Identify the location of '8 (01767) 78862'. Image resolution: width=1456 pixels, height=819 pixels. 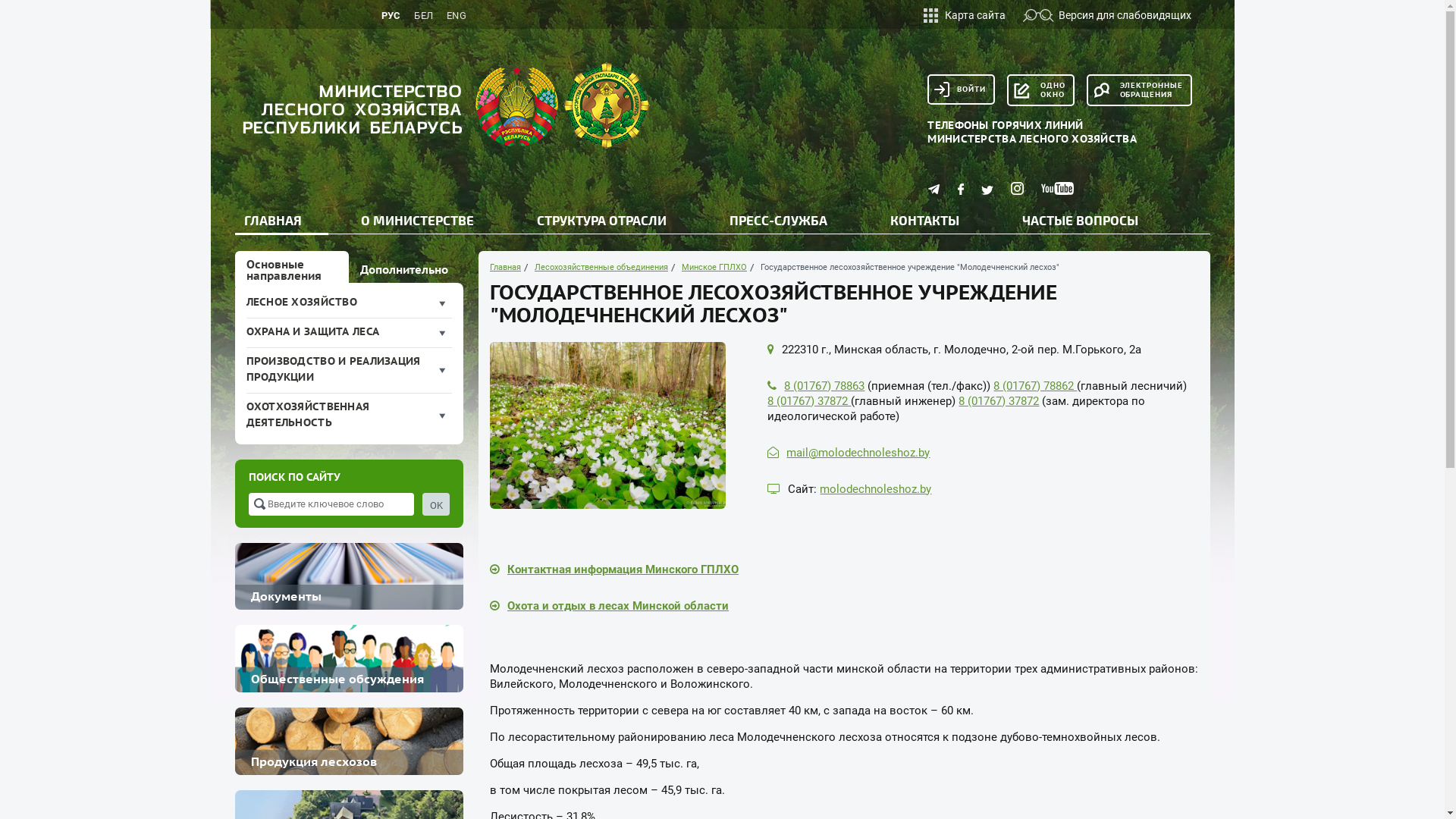
(1034, 385).